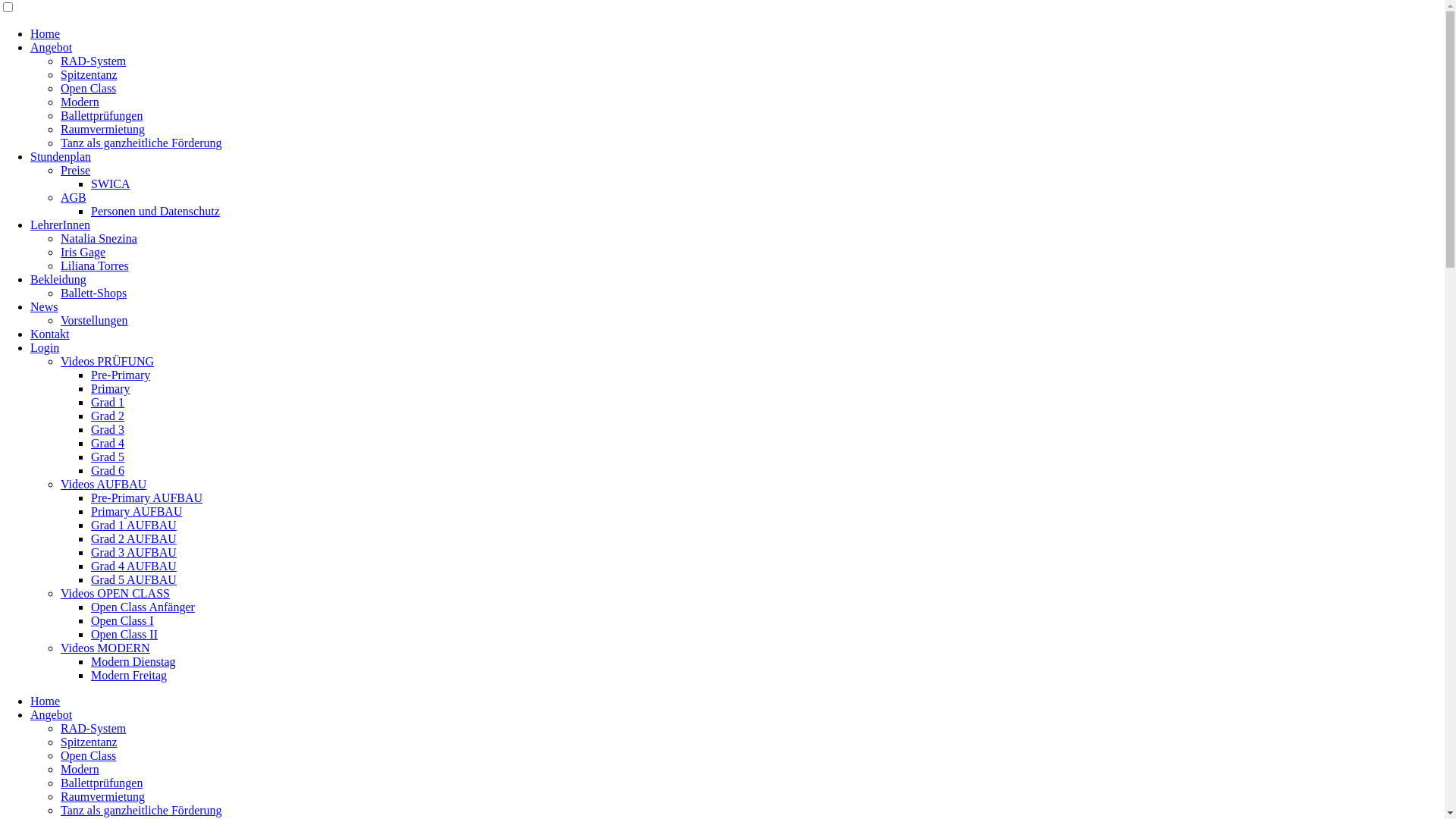  I want to click on 'Liliana Torres', so click(93, 265).